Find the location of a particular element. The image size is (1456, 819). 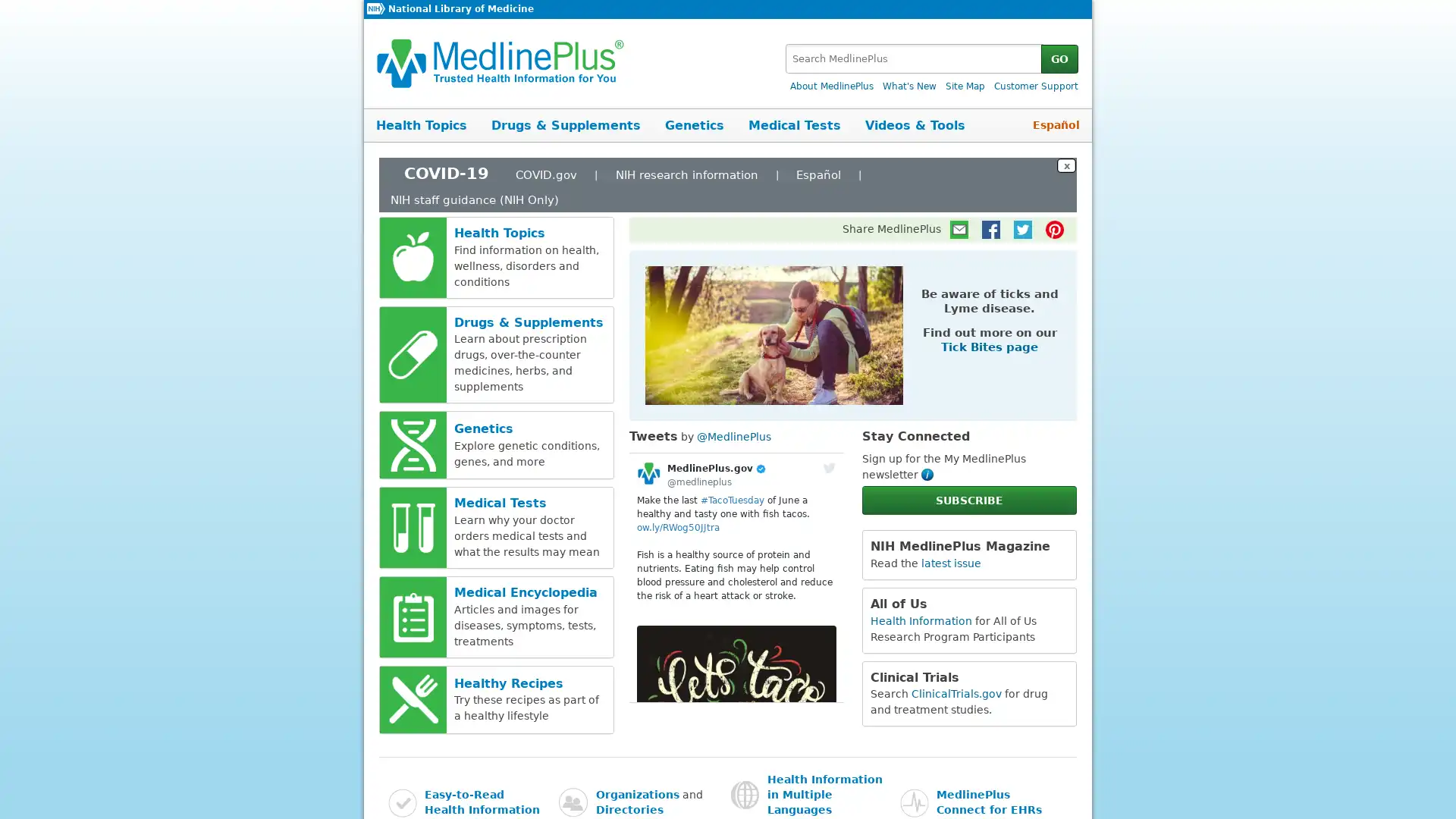

GO is located at coordinates (1059, 58).